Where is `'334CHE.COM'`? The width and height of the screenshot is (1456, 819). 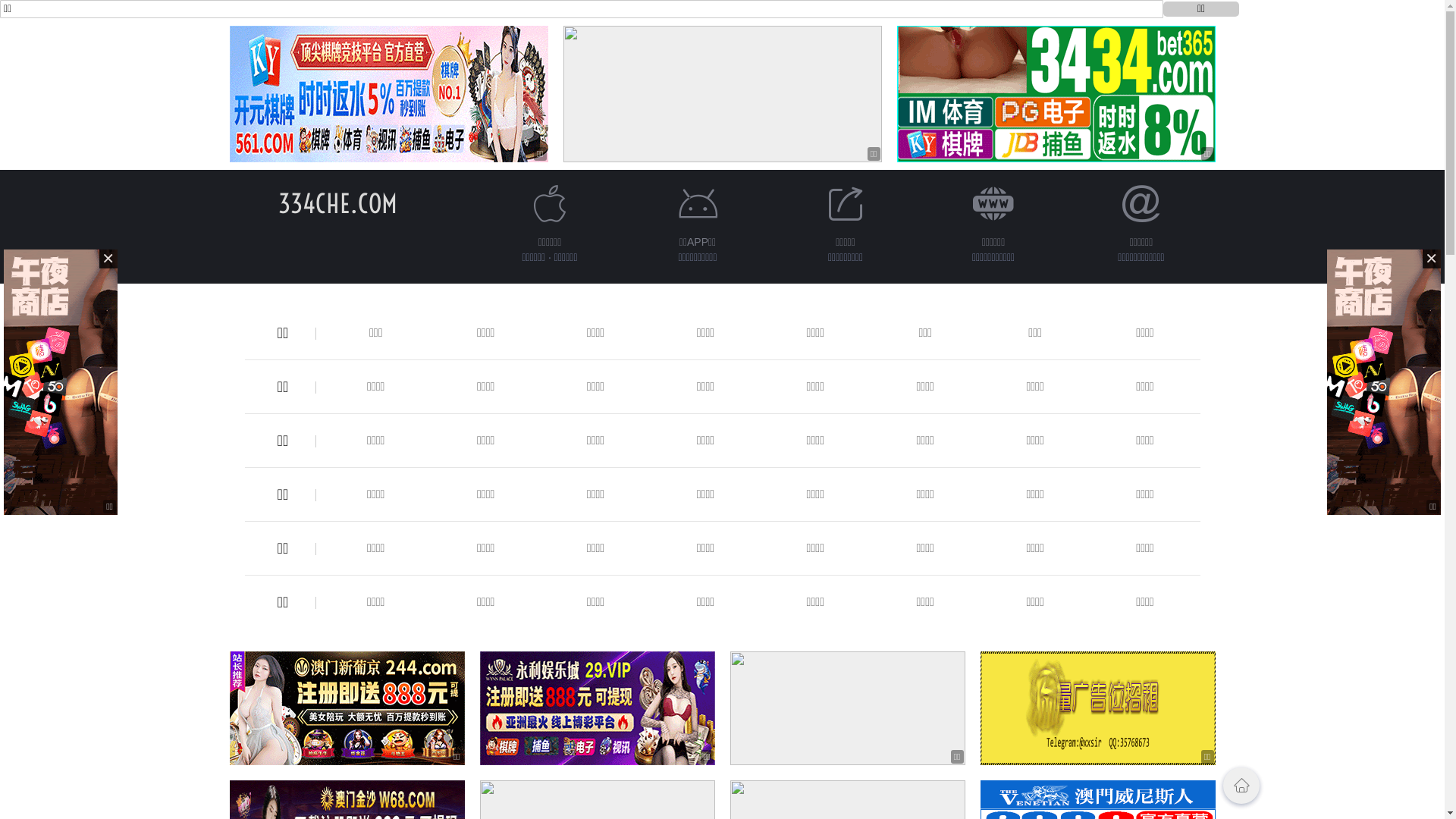 '334CHE.COM' is located at coordinates (337, 202).